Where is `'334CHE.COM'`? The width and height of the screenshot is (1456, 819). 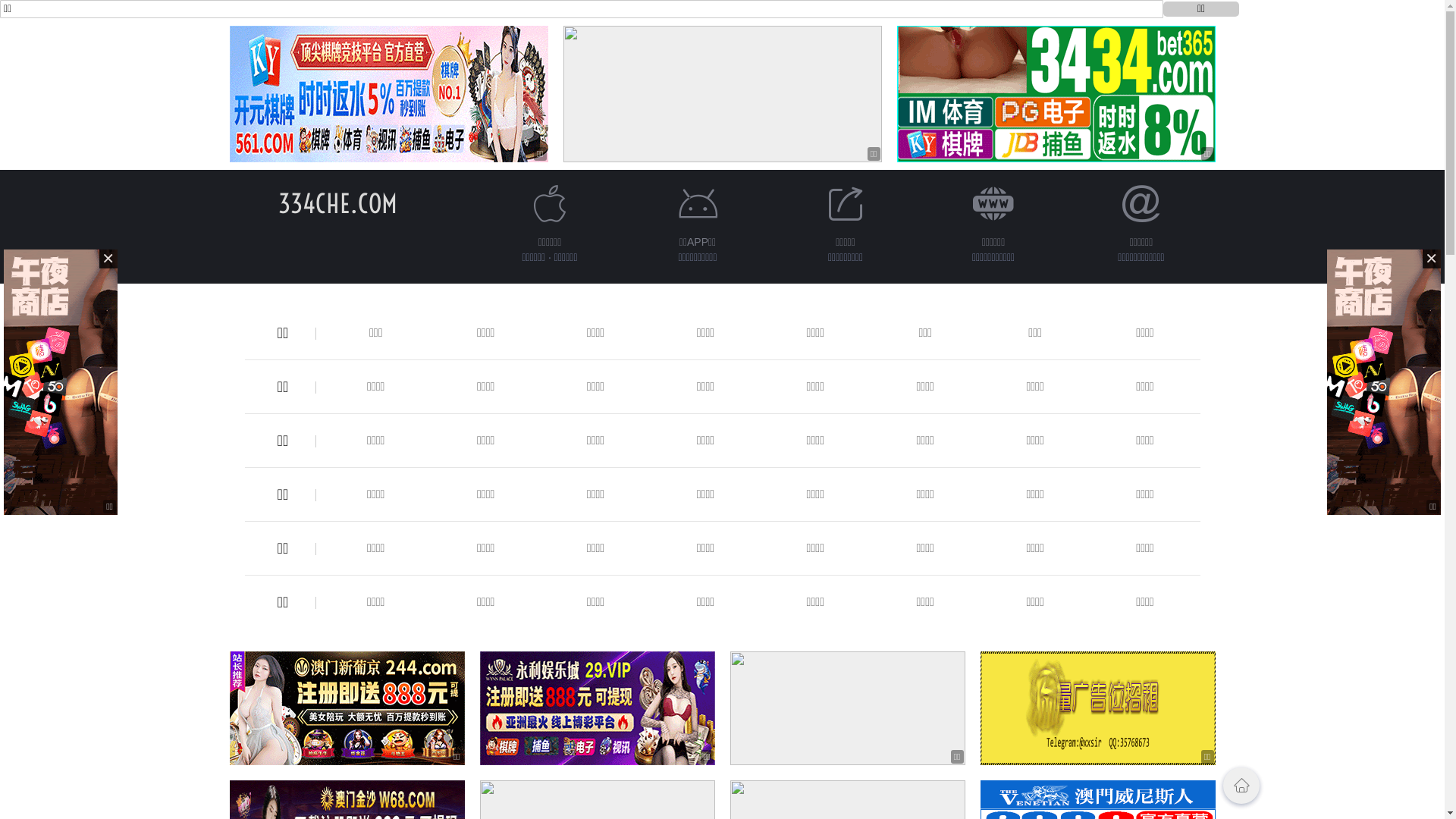 '334CHE.COM' is located at coordinates (337, 202).